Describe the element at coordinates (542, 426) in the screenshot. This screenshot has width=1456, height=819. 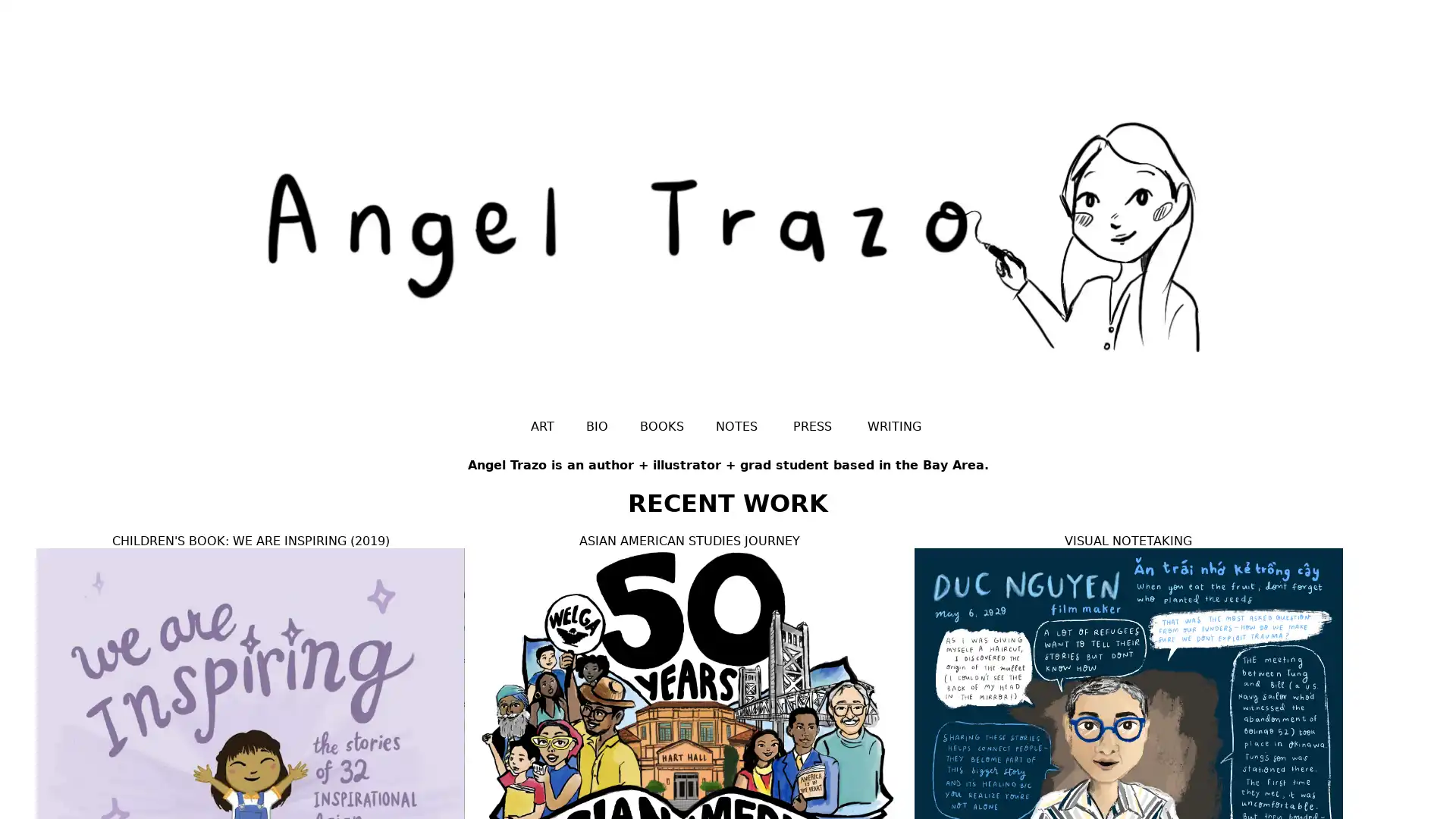
I see `ART` at that location.